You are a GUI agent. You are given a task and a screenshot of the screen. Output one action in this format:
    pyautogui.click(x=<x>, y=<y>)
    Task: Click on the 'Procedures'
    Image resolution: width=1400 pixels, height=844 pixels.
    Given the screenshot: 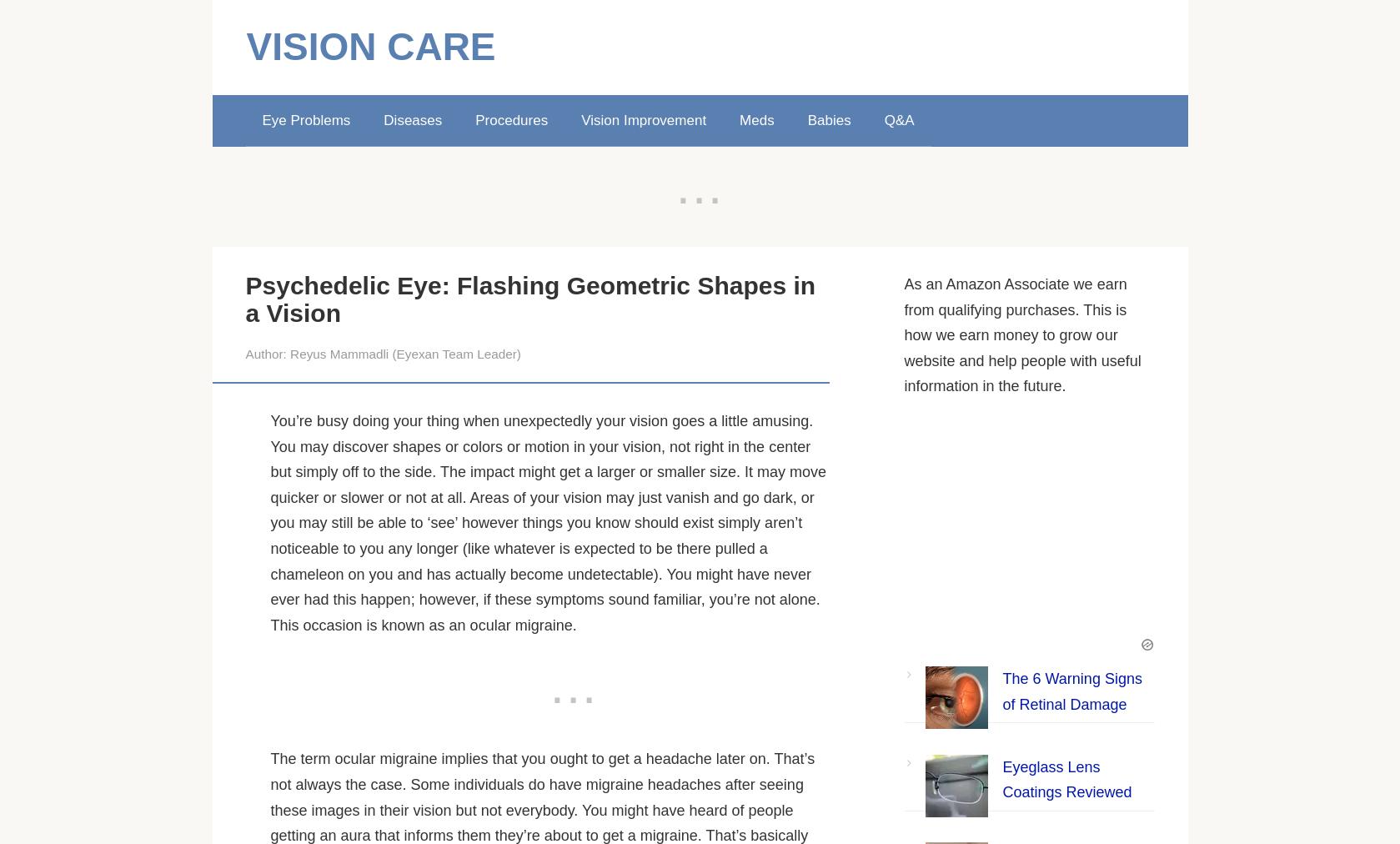 What is the action you would take?
    pyautogui.click(x=511, y=119)
    